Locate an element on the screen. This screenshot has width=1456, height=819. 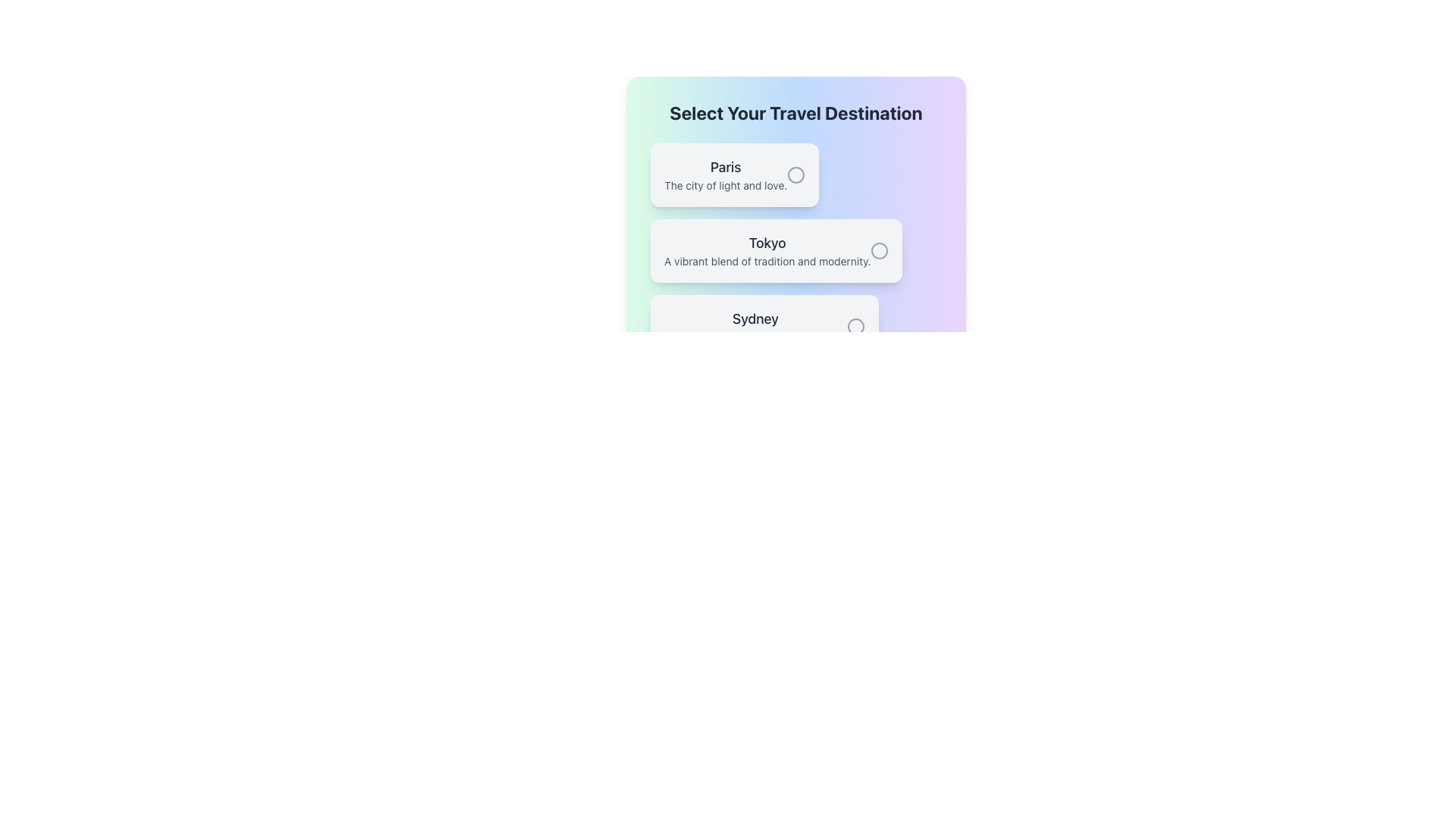
the bold, large-sized text heading that reads 'Select Your Travel Destination', which is styled with a dark gray color on a pastel gradient background and is centrally located on the interface is located at coordinates (795, 112).